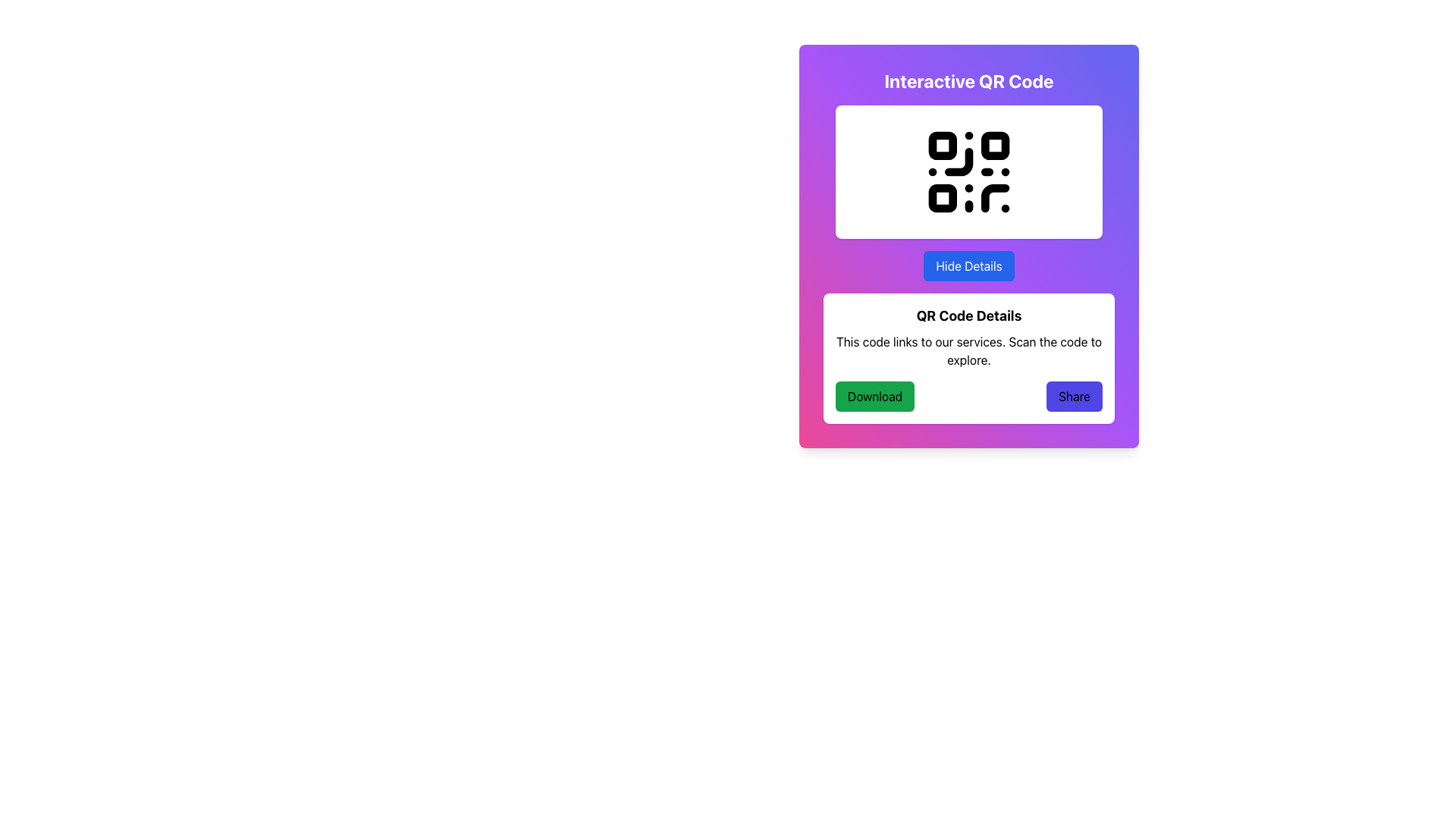 The image size is (1456, 819). What do you see at coordinates (968, 171) in the screenshot?
I see `the Interactive QR Code element by scanning it with a compatible device` at bounding box center [968, 171].